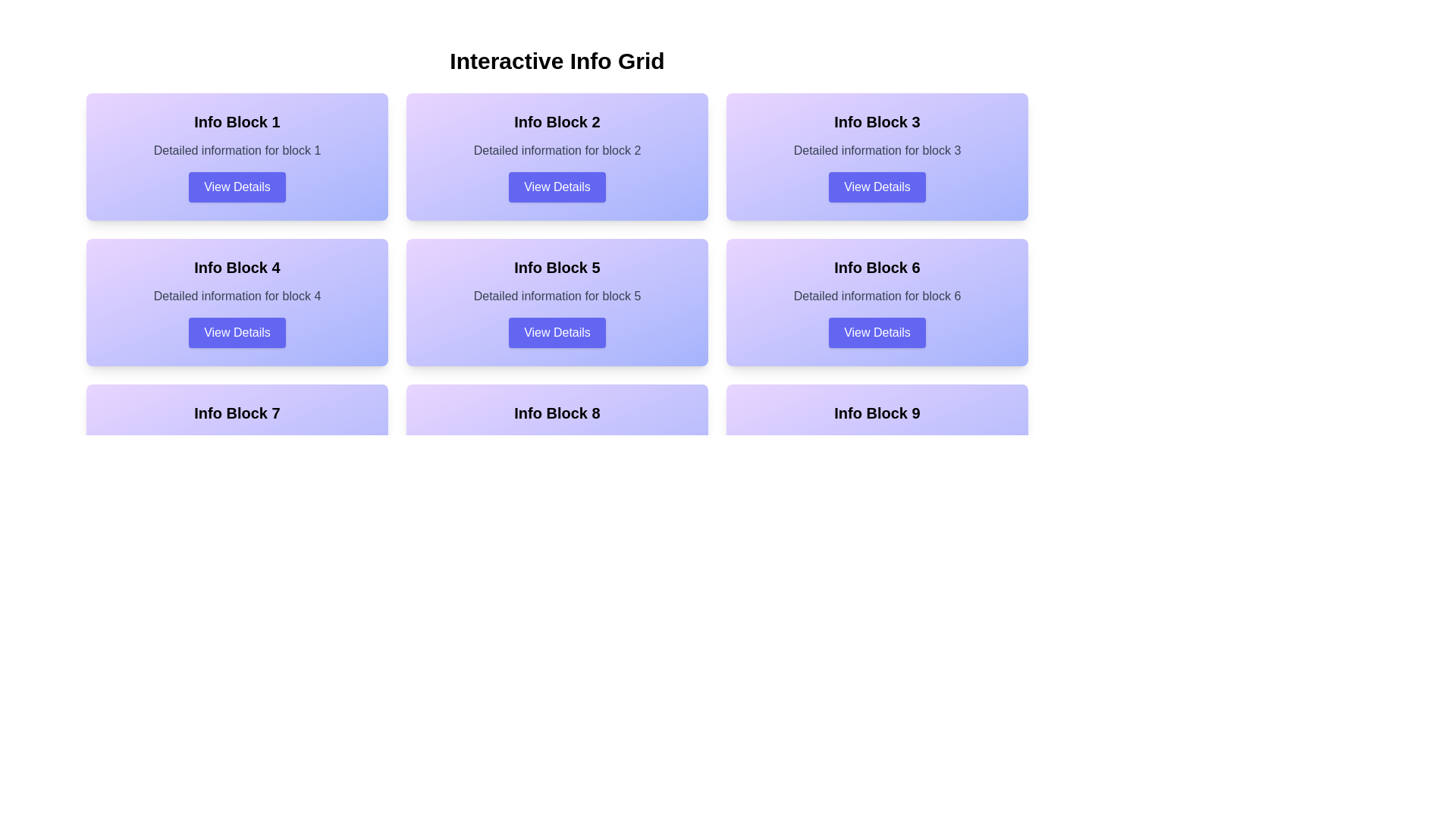 This screenshot has height=819, width=1456. What do you see at coordinates (236, 151) in the screenshot?
I see `the static text block element reading 'Detailed information for block 1', which is styled in gray and located below the title 'Info Block 1'` at bounding box center [236, 151].